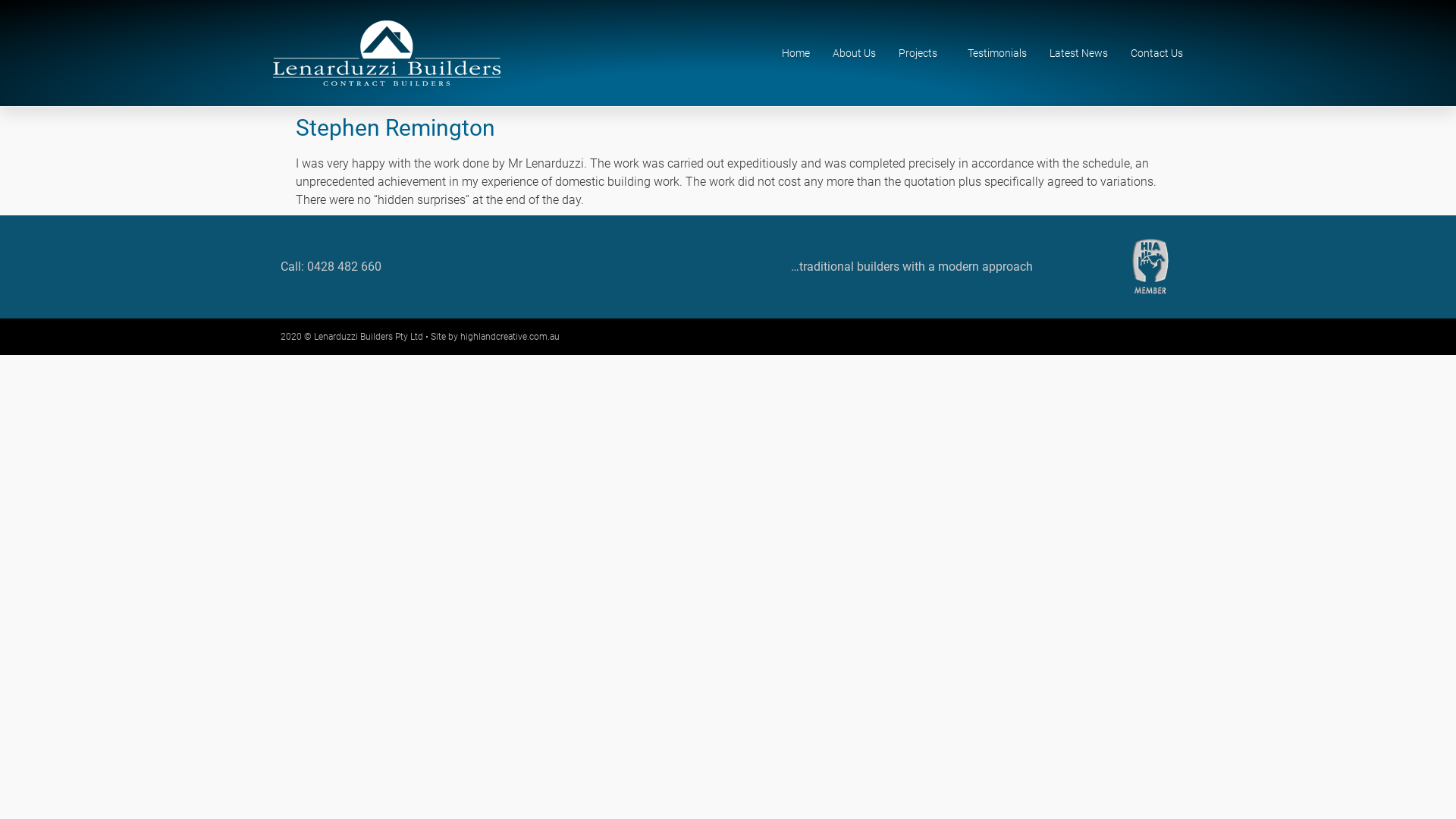 Image resolution: width=1456 pixels, height=819 pixels. What do you see at coordinates (795, 52) in the screenshot?
I see `'Home'` at bounding box center [795, 52].